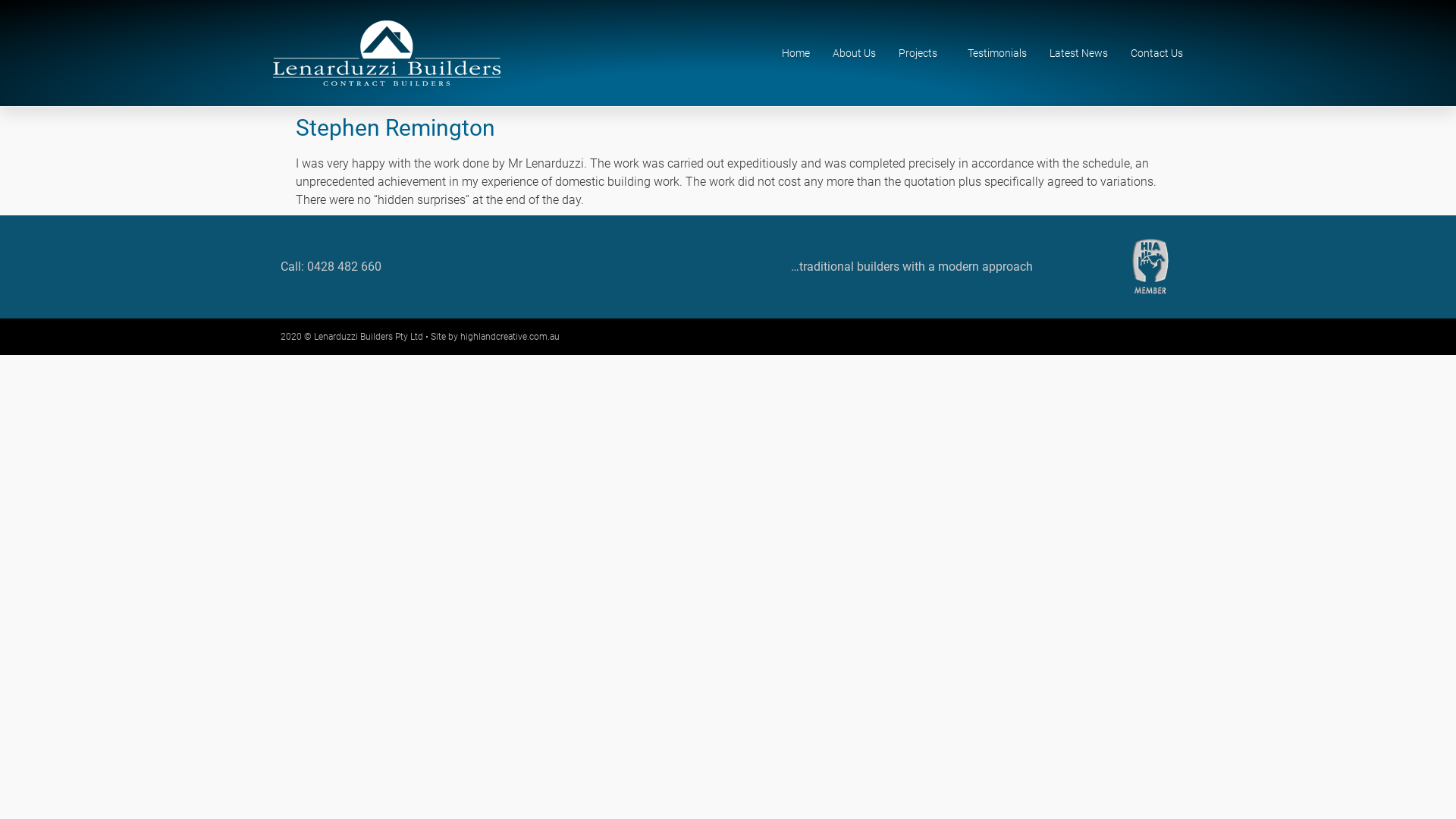 Image resolution: width=1456 pixels, height=819 pixels. What do you see at coordinates (795, 52) in the screenshot?
I see `'Home'` at bounding box center [795, 52].